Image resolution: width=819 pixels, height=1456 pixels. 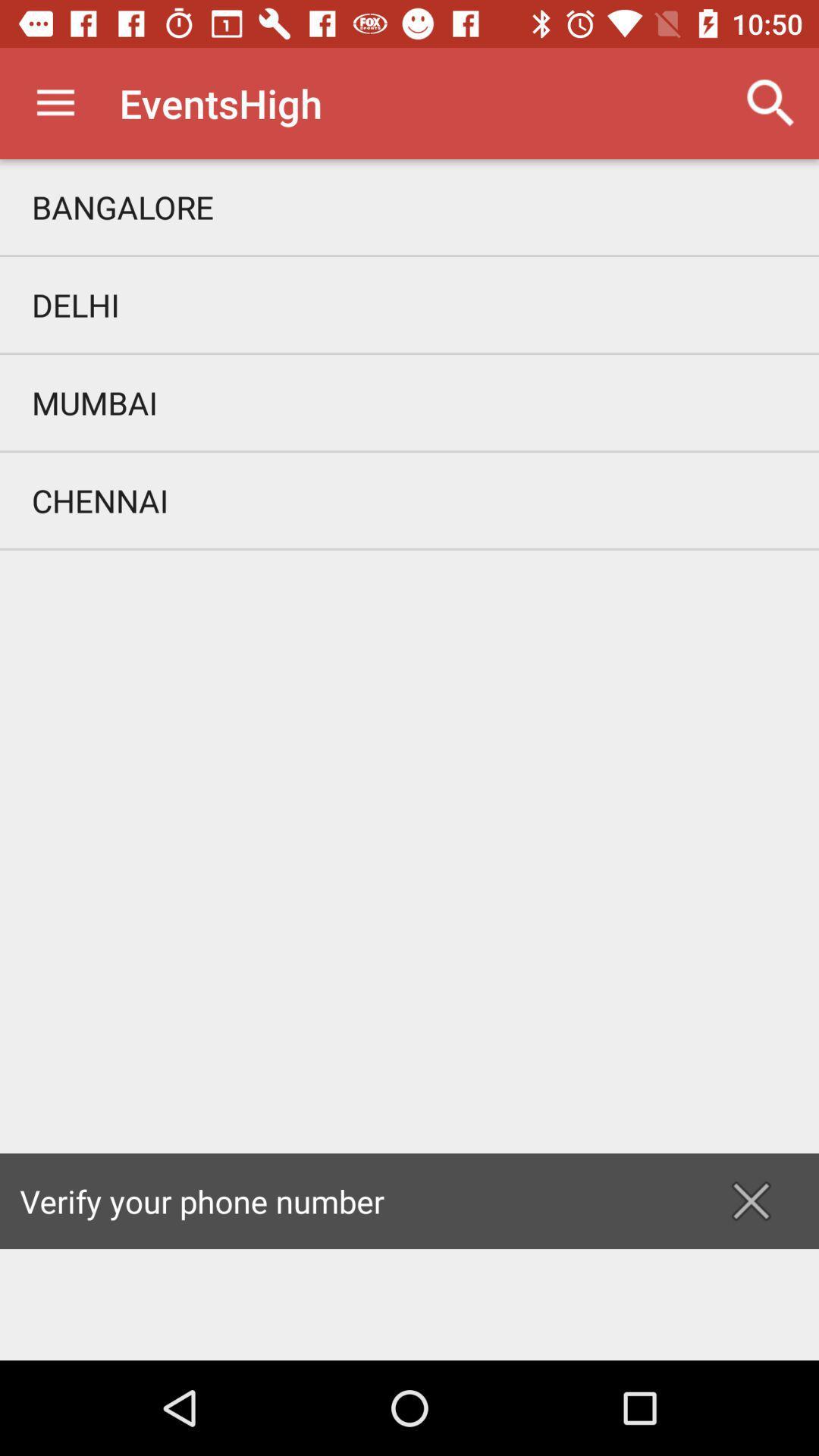 I want to click on the item at the top right corner, so click(x=771, y=102).